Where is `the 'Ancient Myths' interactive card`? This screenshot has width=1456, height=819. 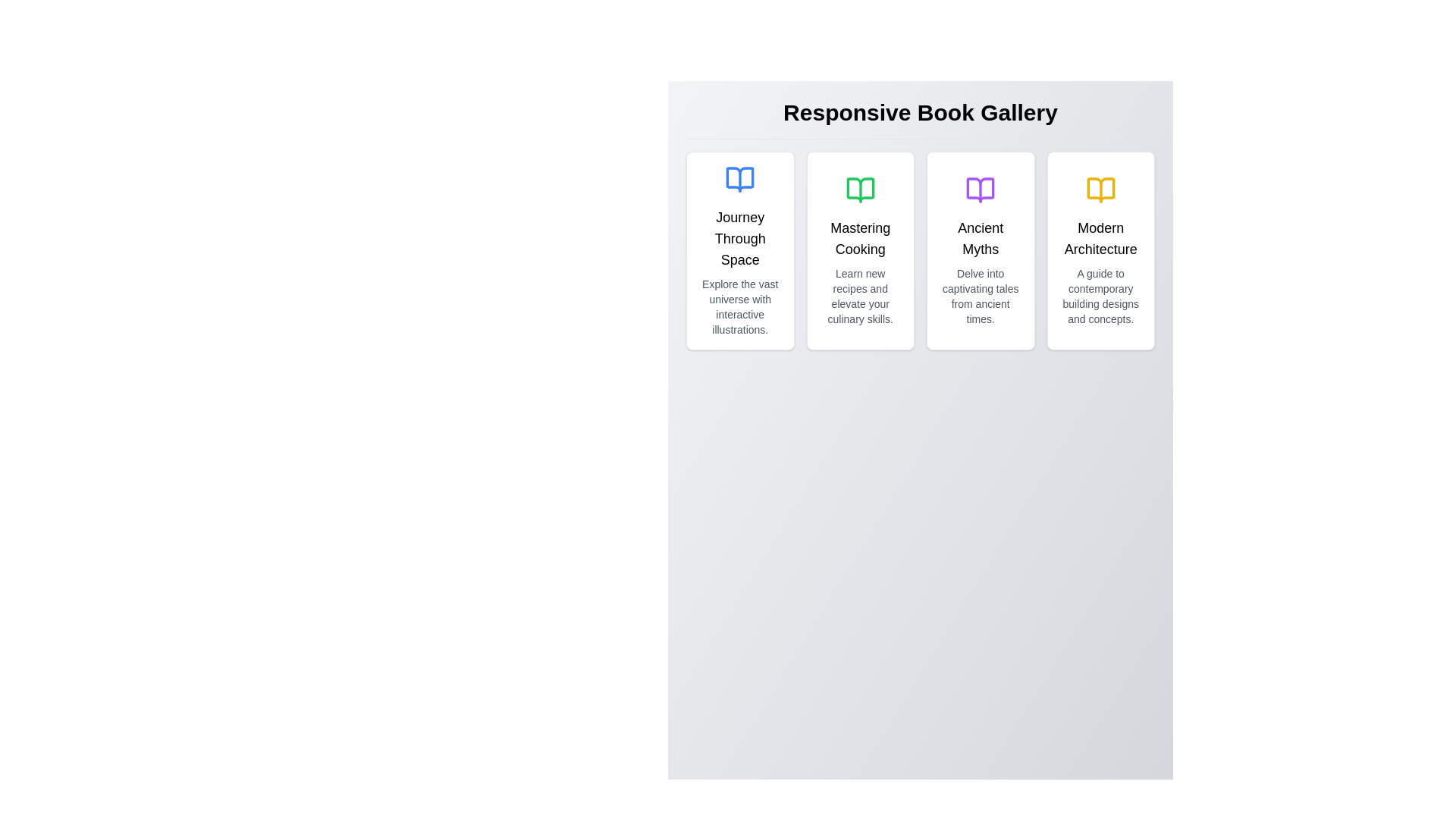 the 'Ancient Myths' interactive card is located at coordinates (981, 250).